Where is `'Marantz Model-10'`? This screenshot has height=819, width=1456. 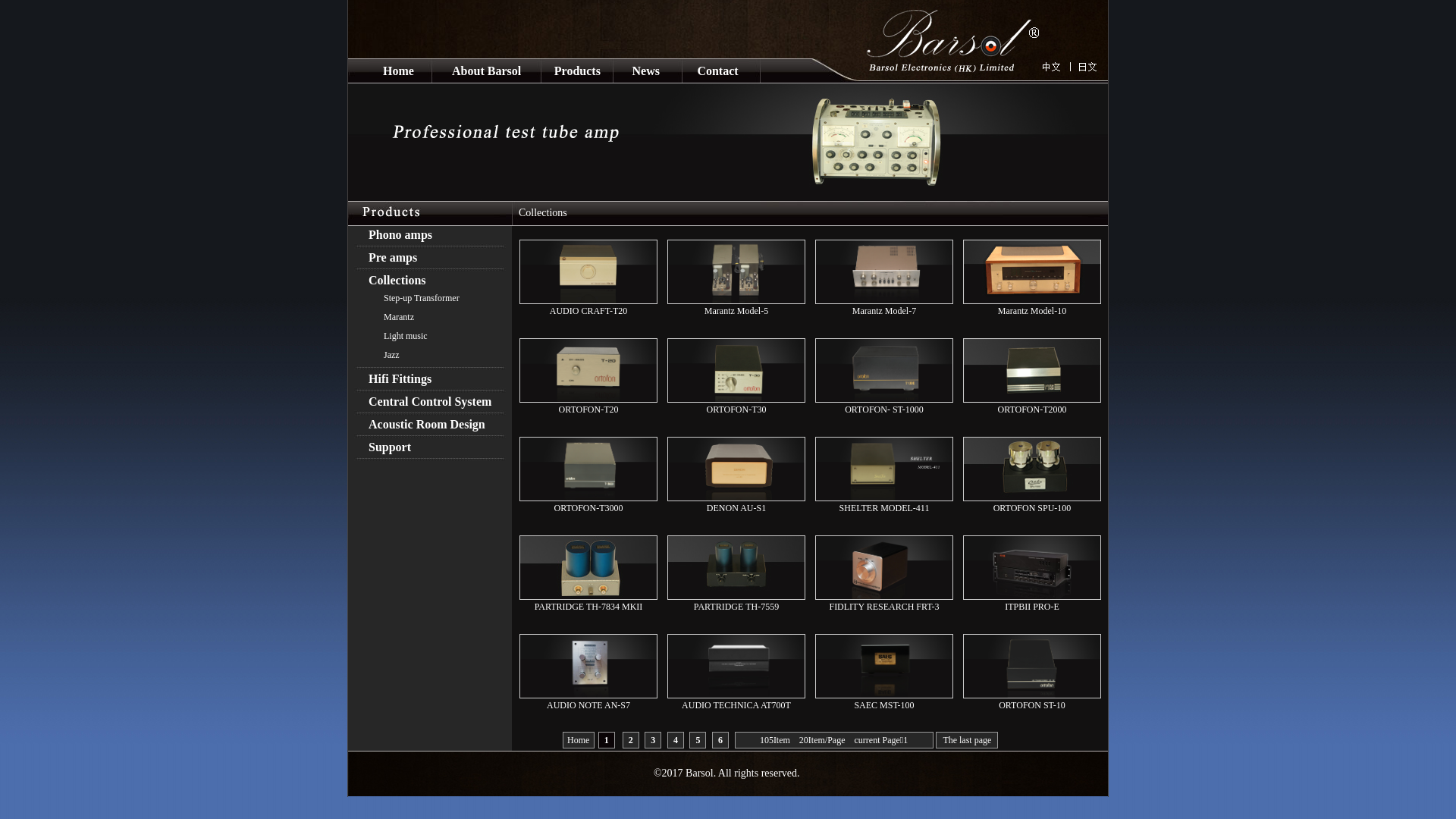 'Marantz Model-10' is located at coordinates (1031, 309).